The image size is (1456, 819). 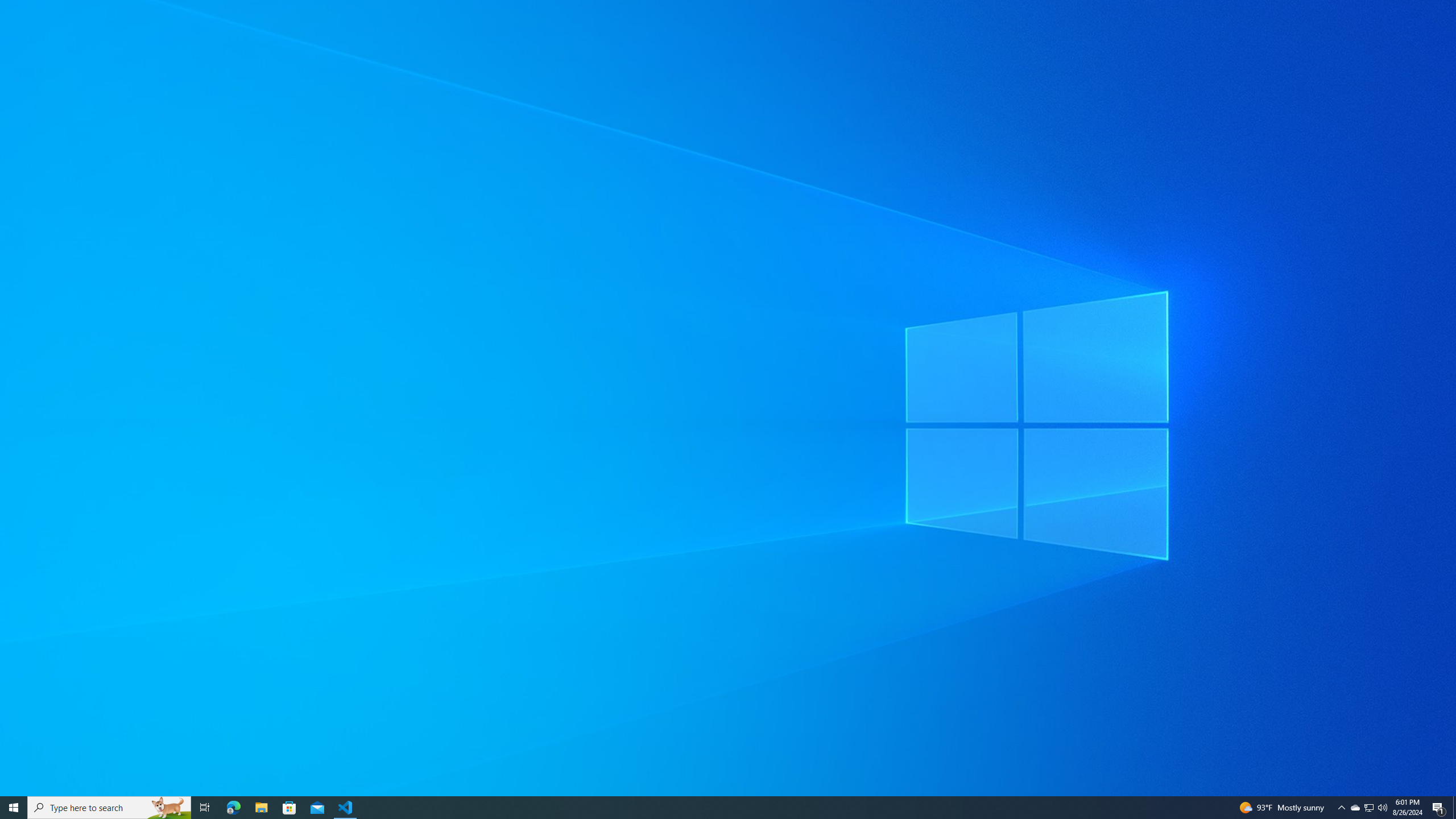 I want to click on 'Type here to search', so click(x=109, y=806).